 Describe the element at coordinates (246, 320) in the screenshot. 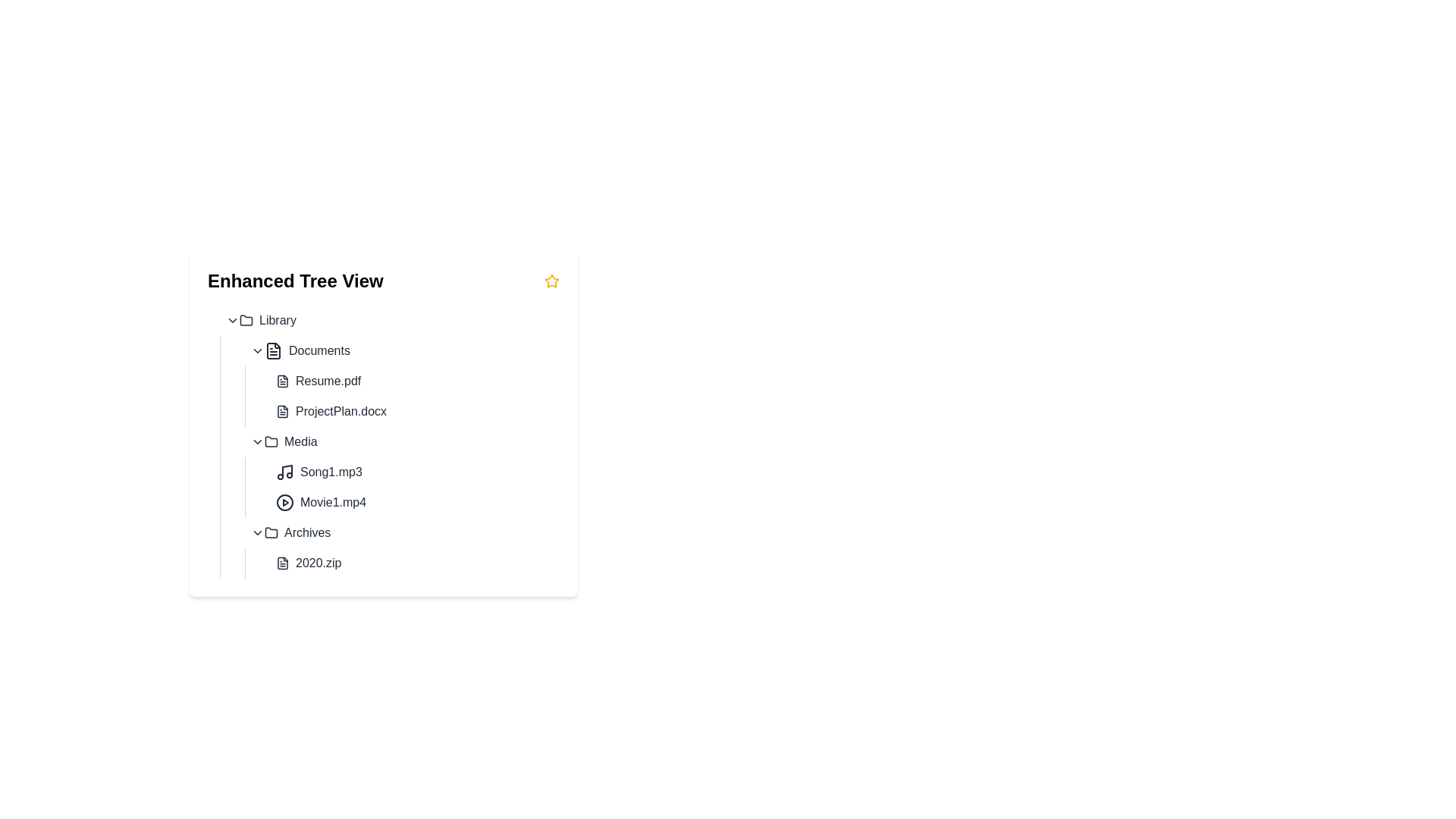

I see `the decorative folder icon representing the 'Library' section in the navigation panel, located between the chevron-down arrow icon and the 'Library' label text` at that location.